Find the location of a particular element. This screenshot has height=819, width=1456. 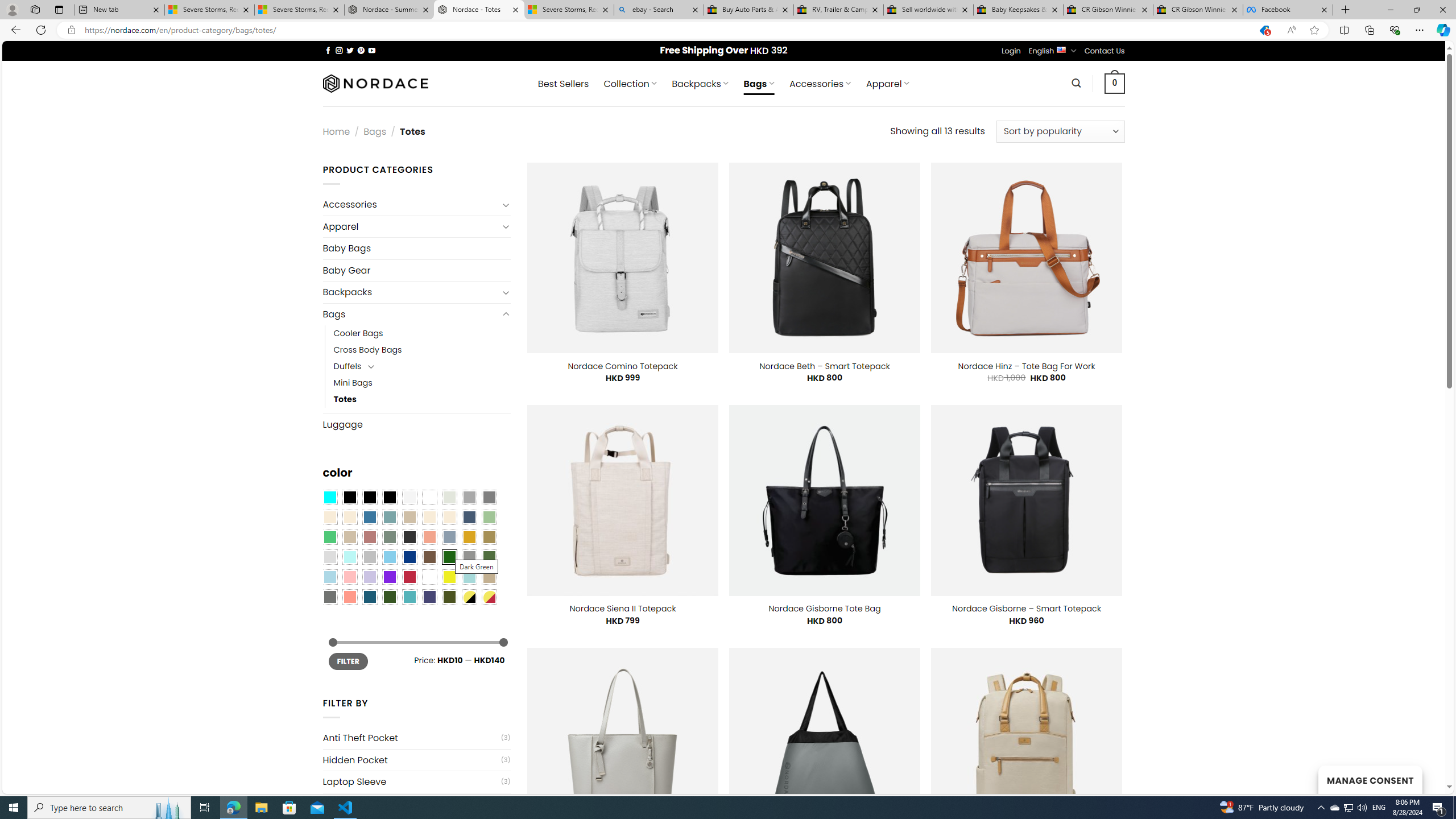

'Charcoal' is located at coordinates (408, 536).